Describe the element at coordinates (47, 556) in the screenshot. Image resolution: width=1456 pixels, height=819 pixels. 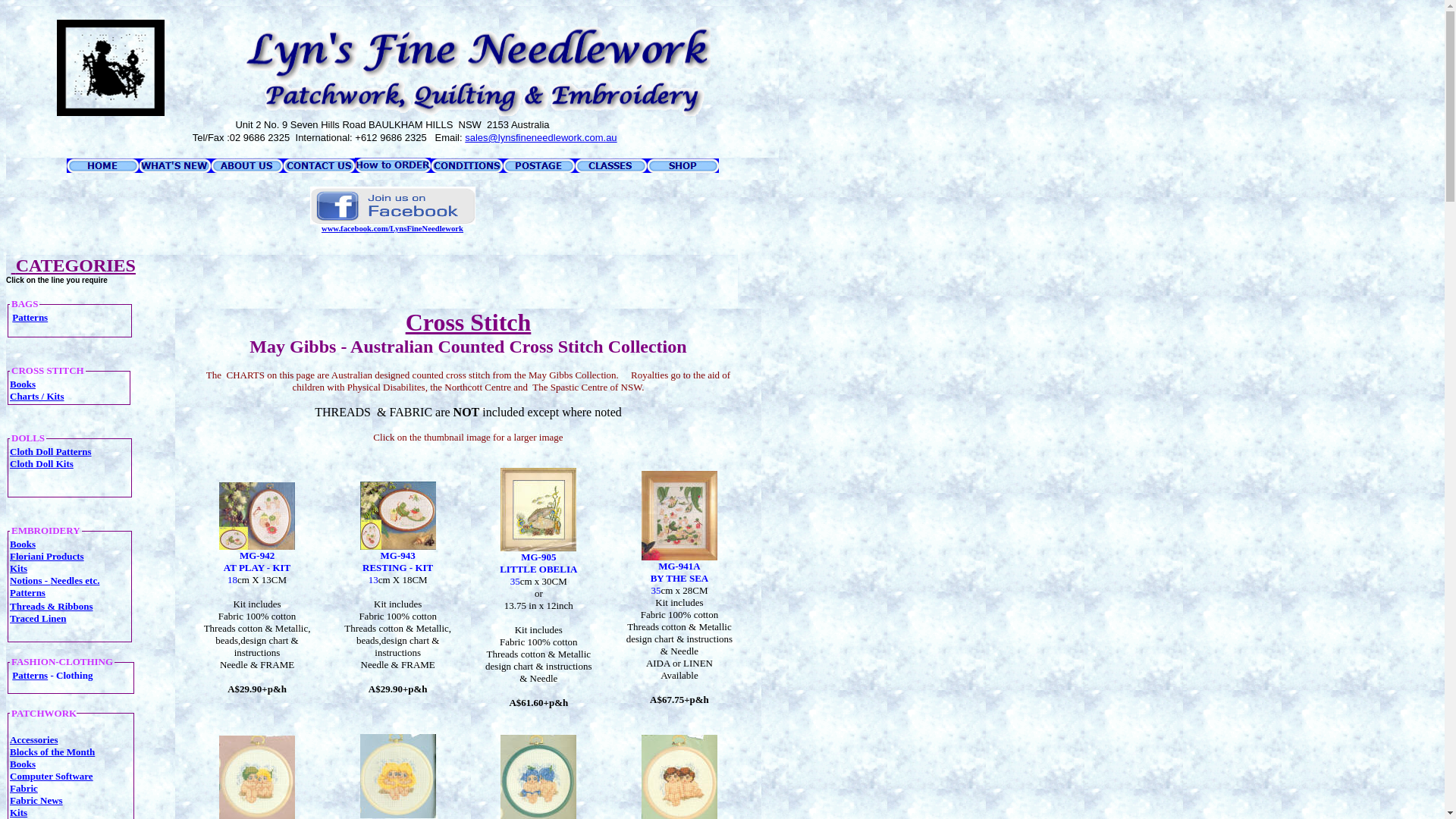
I see `'Floriani Products'` at that location.